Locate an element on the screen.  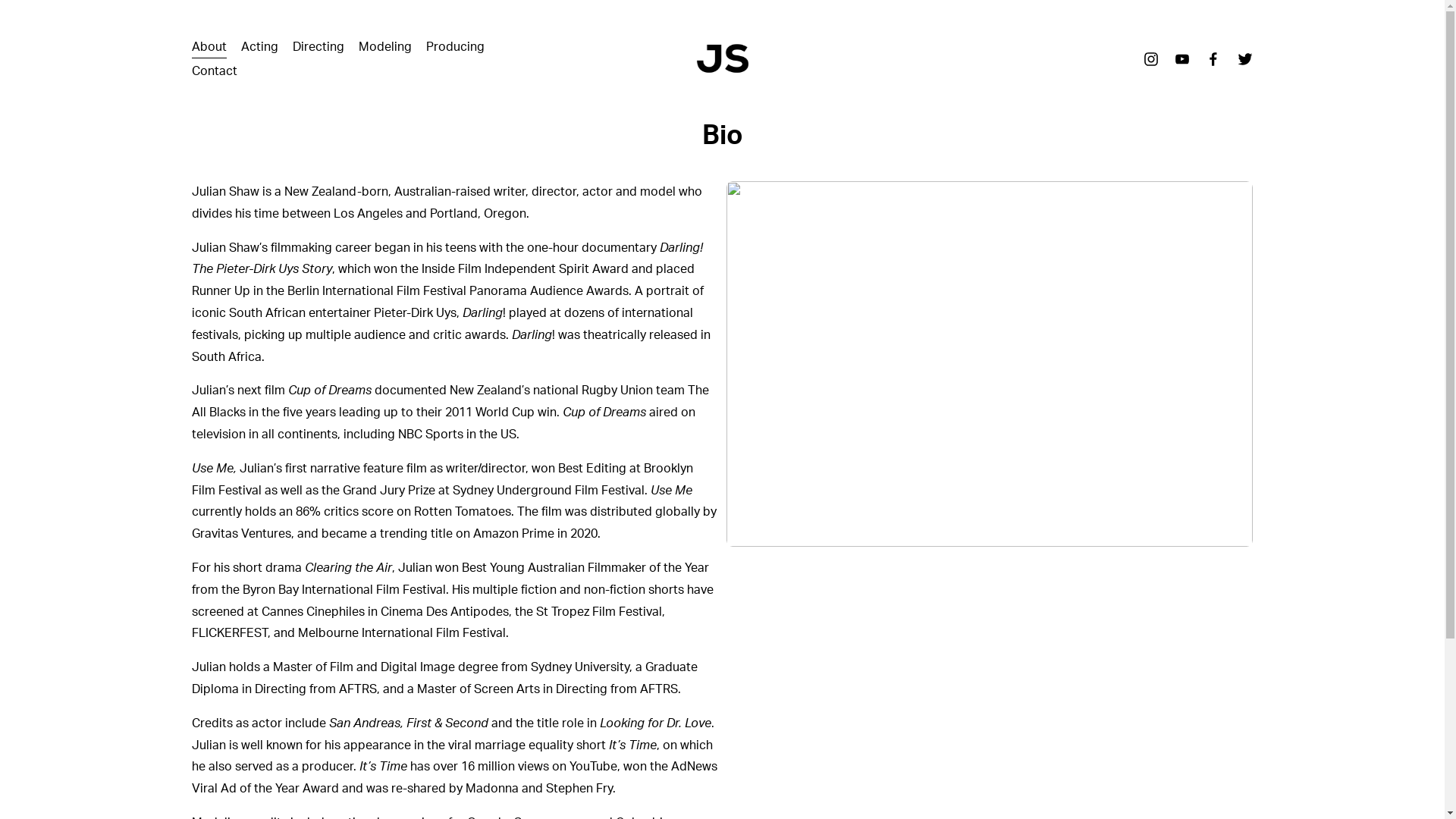
'Contact' is located at coordinates (213, 71).